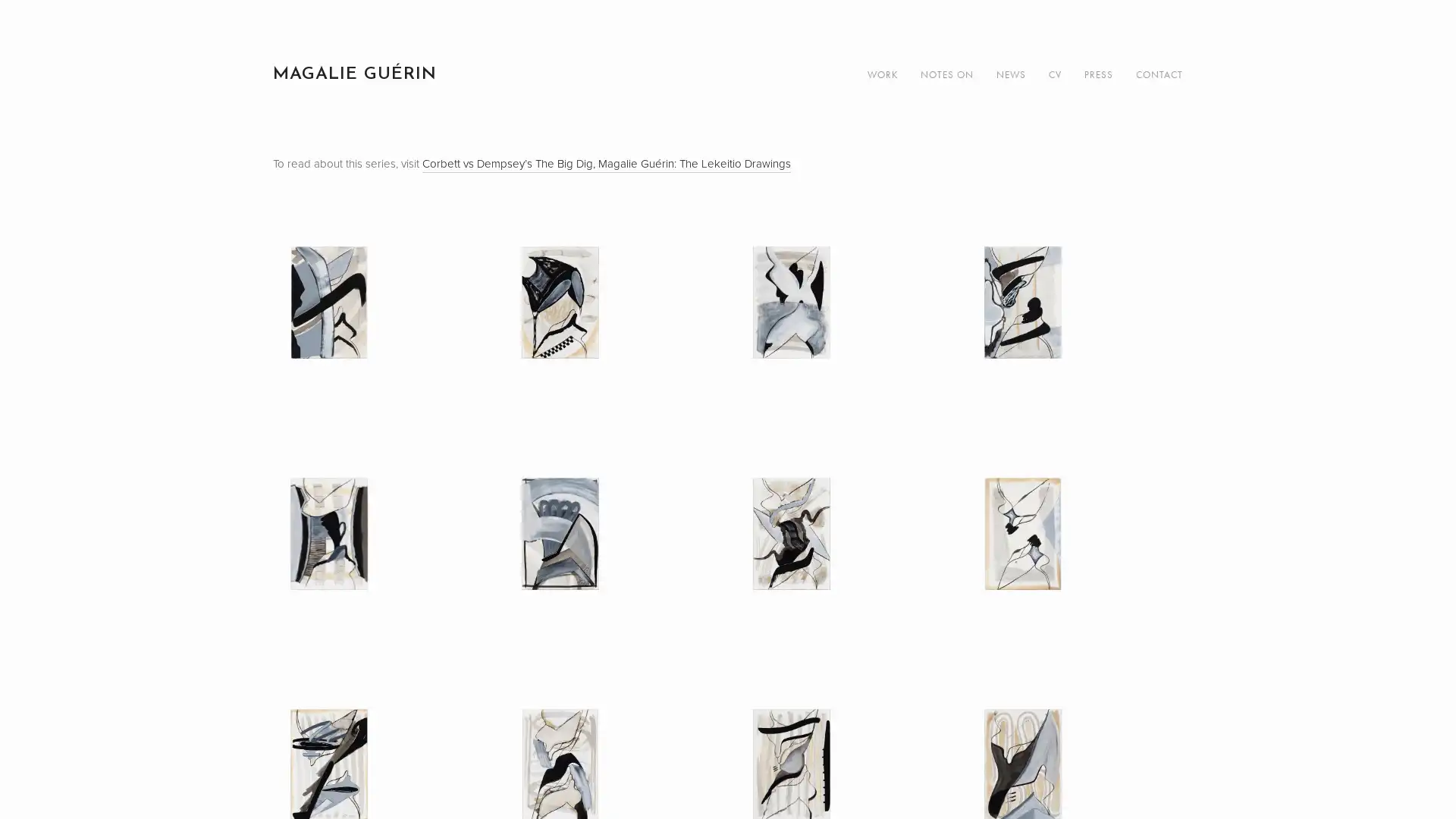  I want to click on View fullsize Untitled (LK 03), 2019, so click(843, 354).